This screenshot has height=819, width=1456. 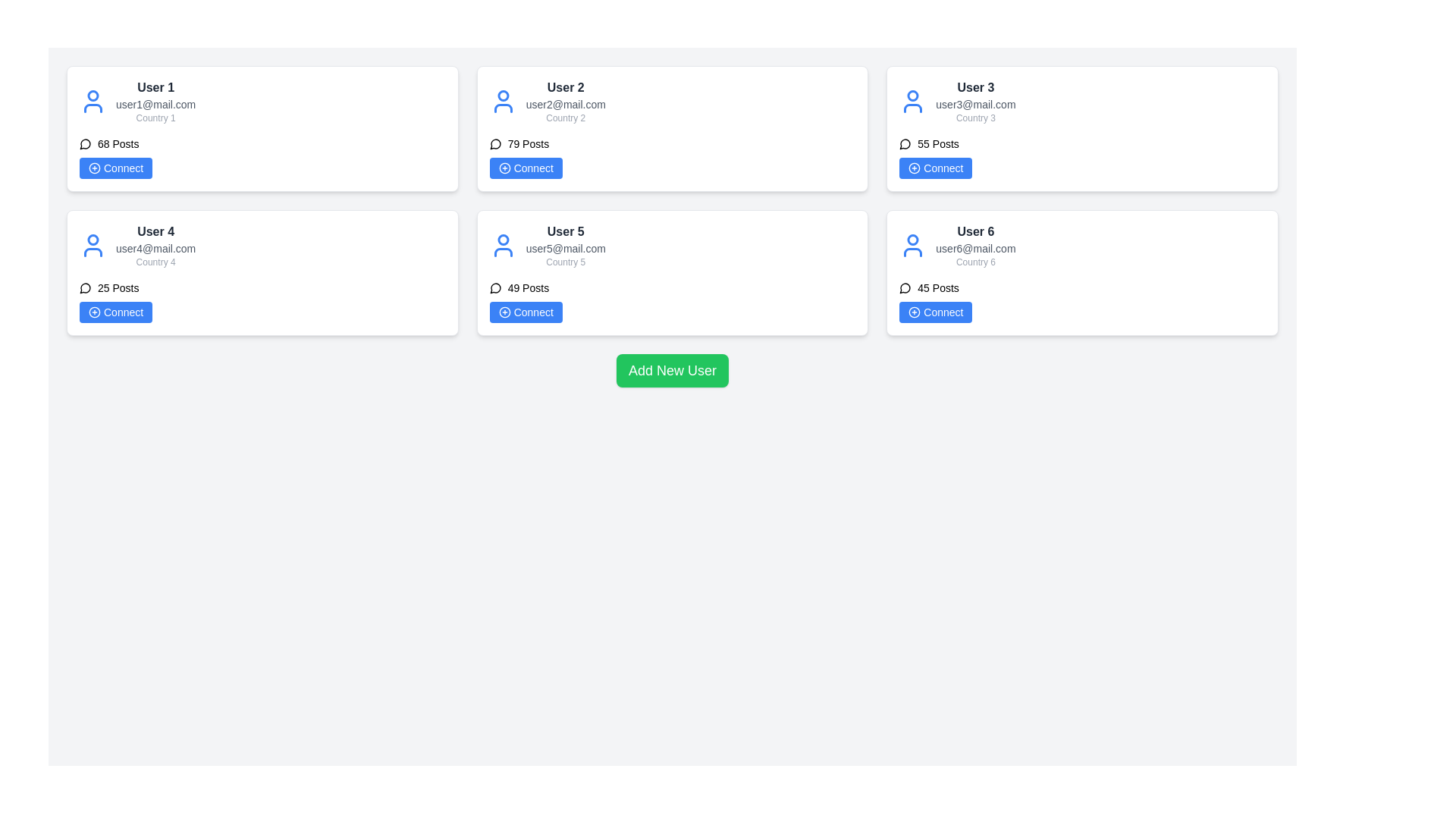 What do you see at coordinates (975, 262) in the screenshot?
I see `the static text label 'Country 6' located in the lower right corner of the 'User 6' profile card, below the email label 'user6@mail.com'` at bounding box center [975, 262].